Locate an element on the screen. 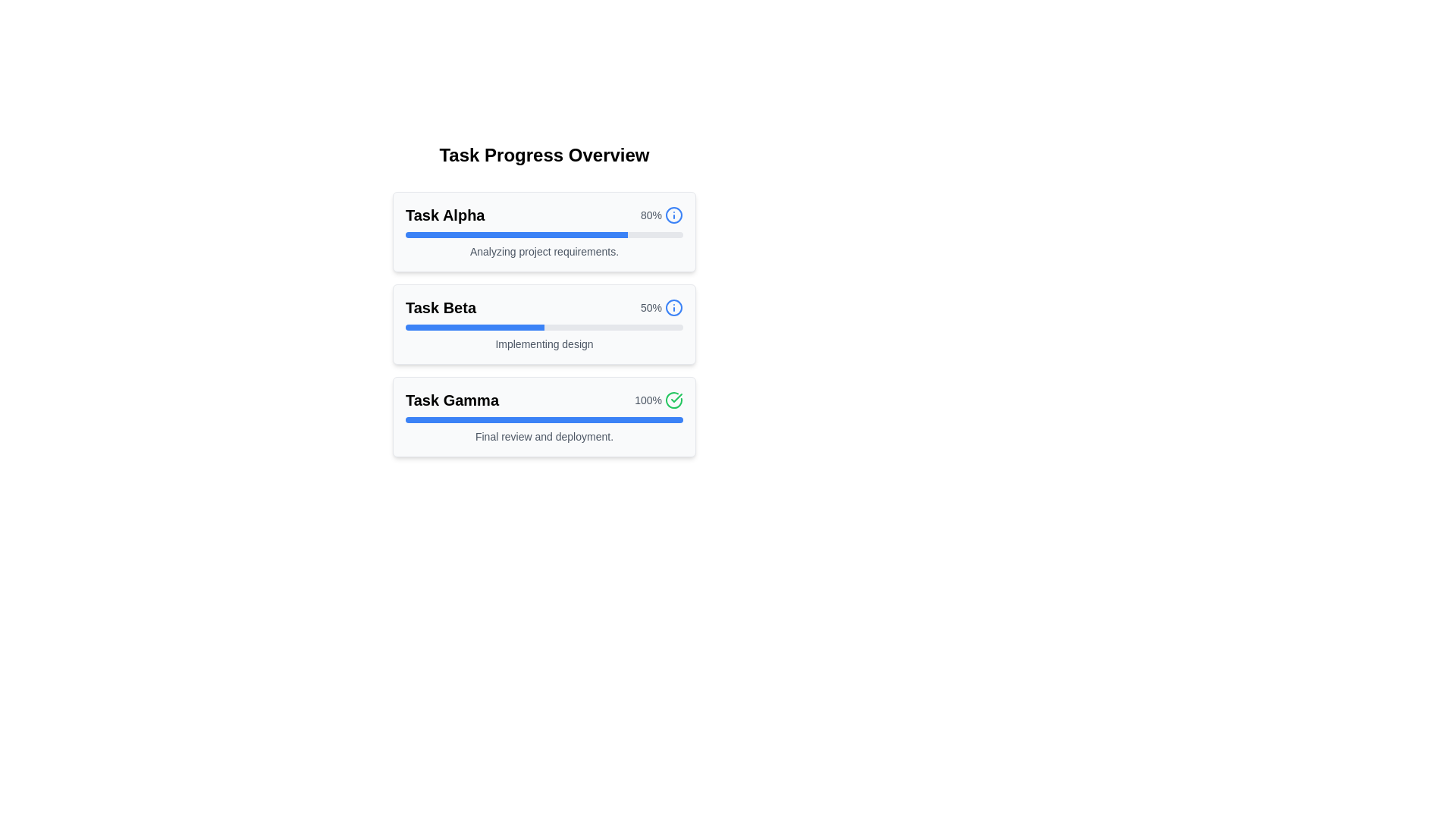  the task summary card for 'Gamma', which is the last card in the 'Task Progress Overview' section is located at coordinates (544, 417).